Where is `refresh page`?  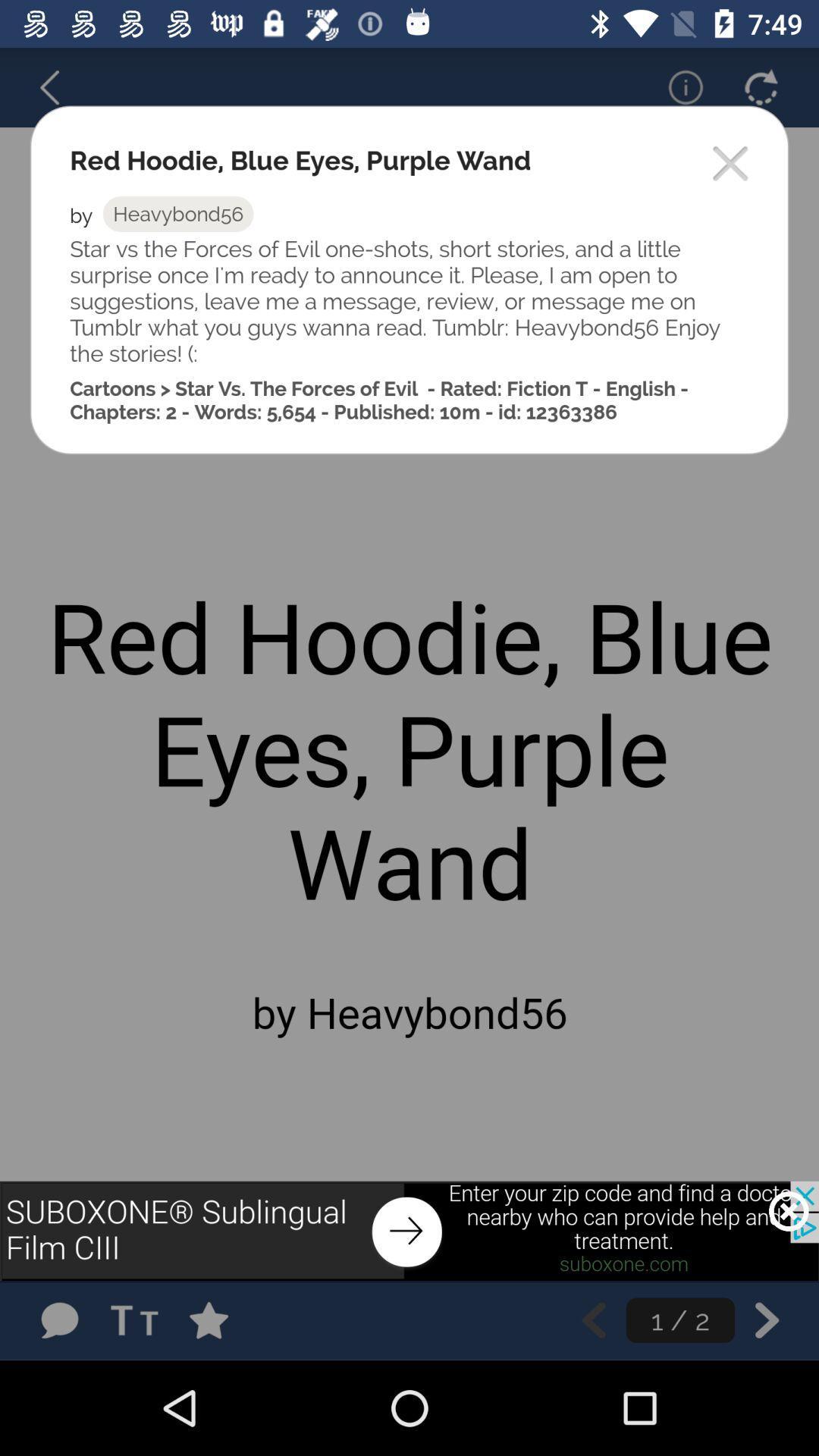 refresh page is located at coordinates (761, 86).